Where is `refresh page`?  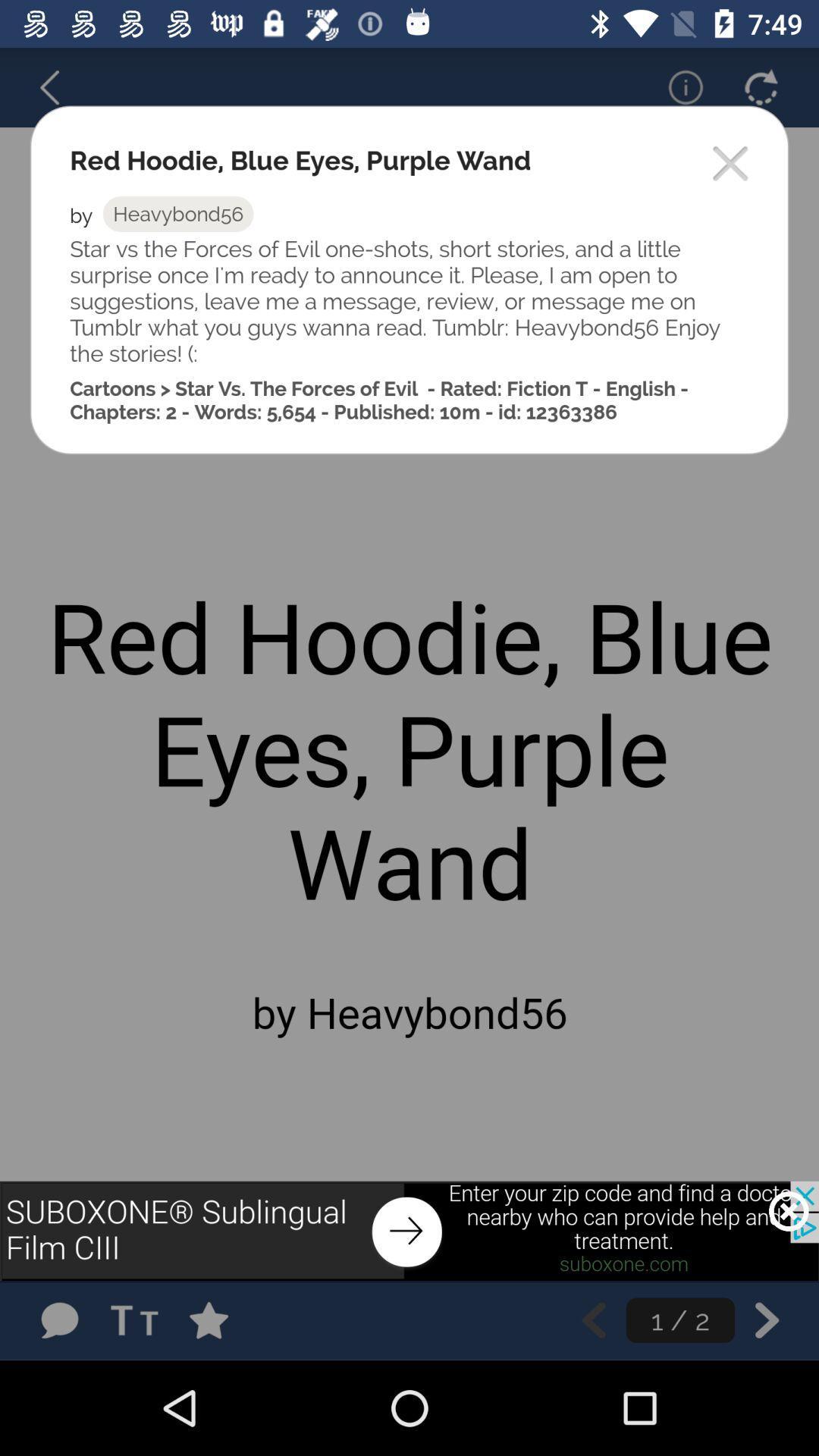 refresh page is located at coordinates (761, 86).